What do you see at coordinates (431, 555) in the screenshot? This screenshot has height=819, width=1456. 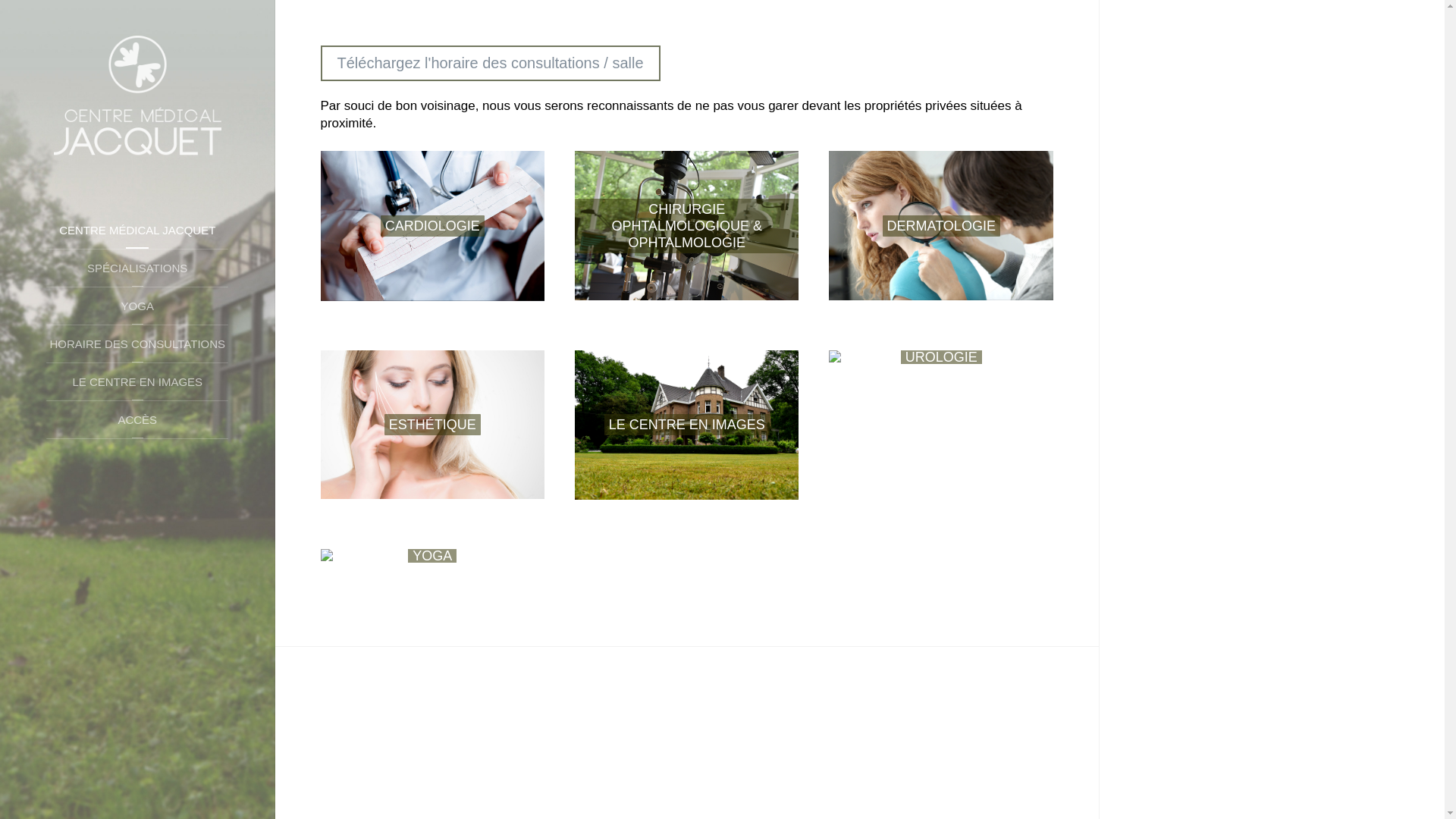 I see `'YOGA'` at bounding box center [431, 555].